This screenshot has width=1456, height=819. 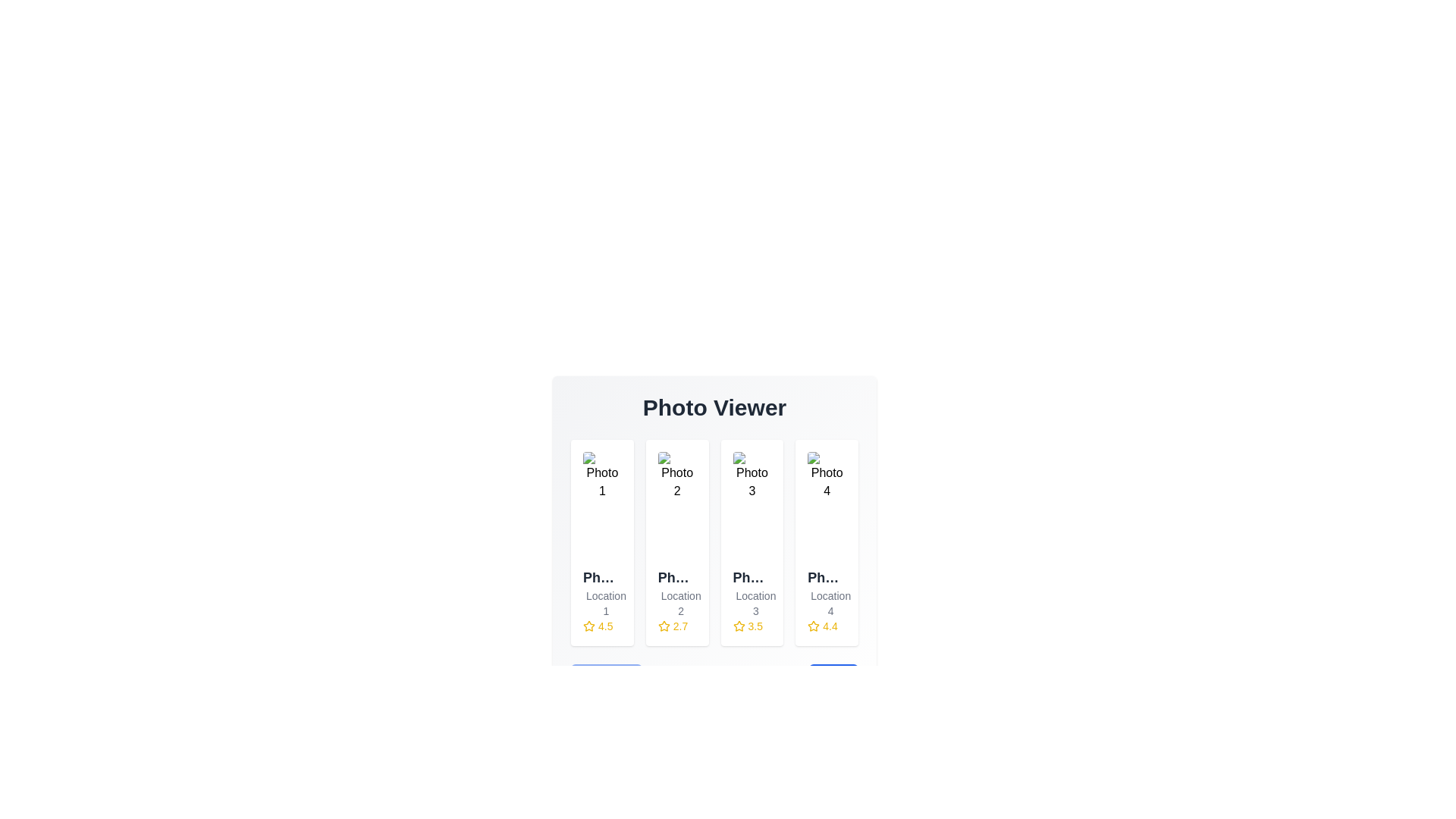 I want to click on the title or image of the fourth card in the gallery, which is visually represented with a photo, title 'Photo 4', location 'Location 4', and rating '4.4', for navigation, so click(x=826, y=542).